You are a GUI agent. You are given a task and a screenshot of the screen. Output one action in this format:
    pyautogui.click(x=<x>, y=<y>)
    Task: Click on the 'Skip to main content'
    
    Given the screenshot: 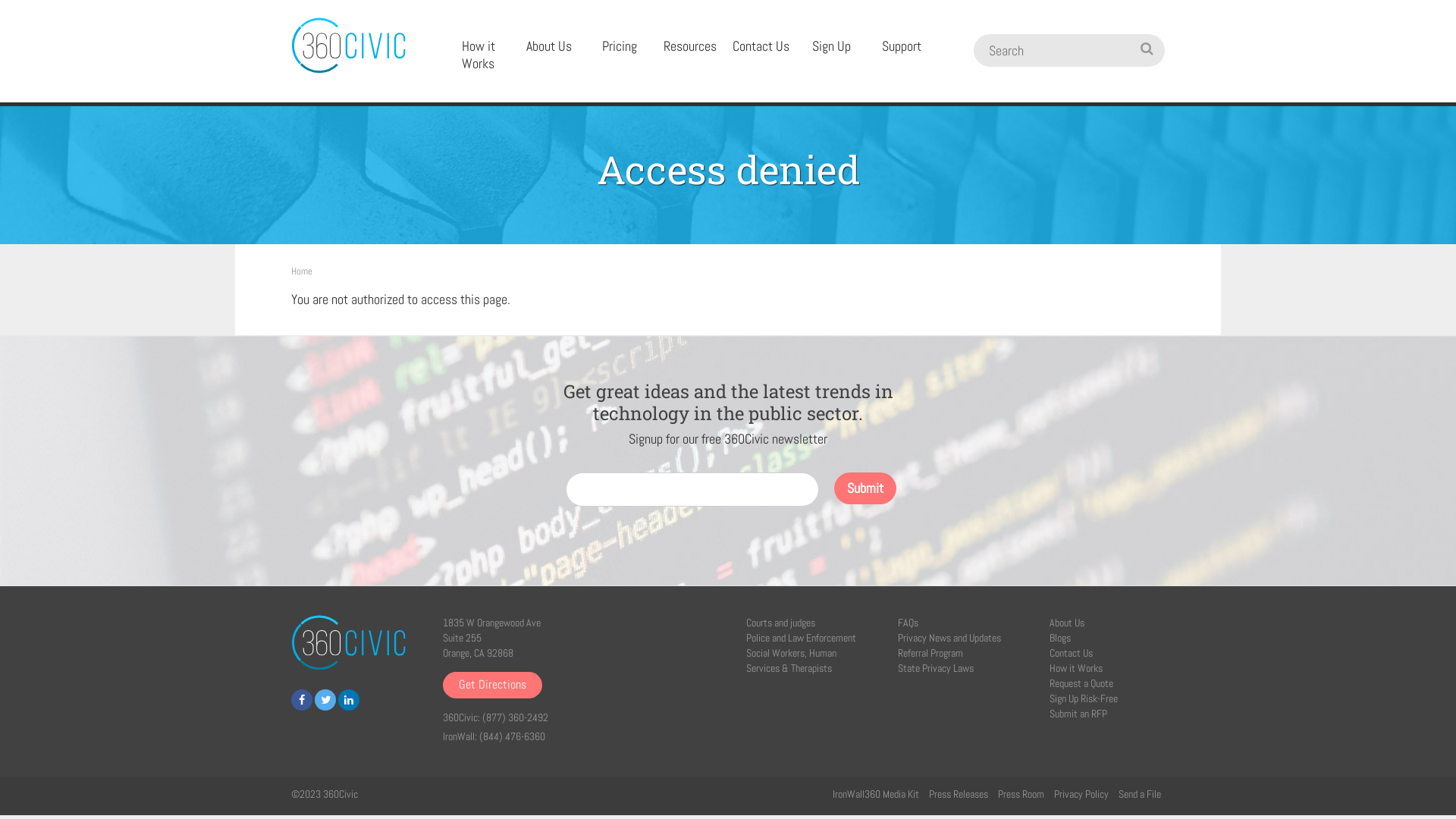 What is the action you would take?
    pyautogui.click(x=0, y=0)
    